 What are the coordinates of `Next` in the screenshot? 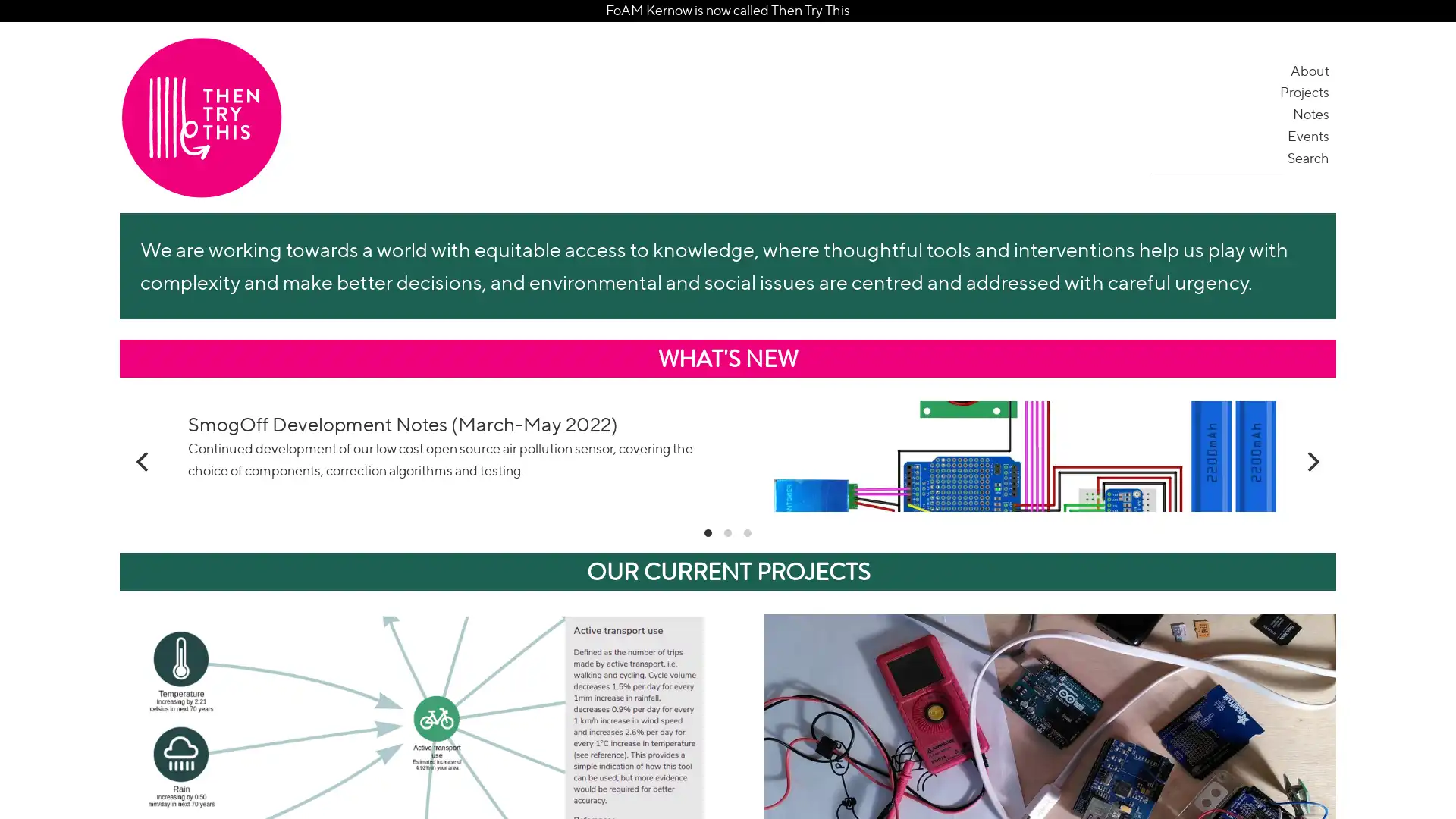 It's located at (1310, 507).